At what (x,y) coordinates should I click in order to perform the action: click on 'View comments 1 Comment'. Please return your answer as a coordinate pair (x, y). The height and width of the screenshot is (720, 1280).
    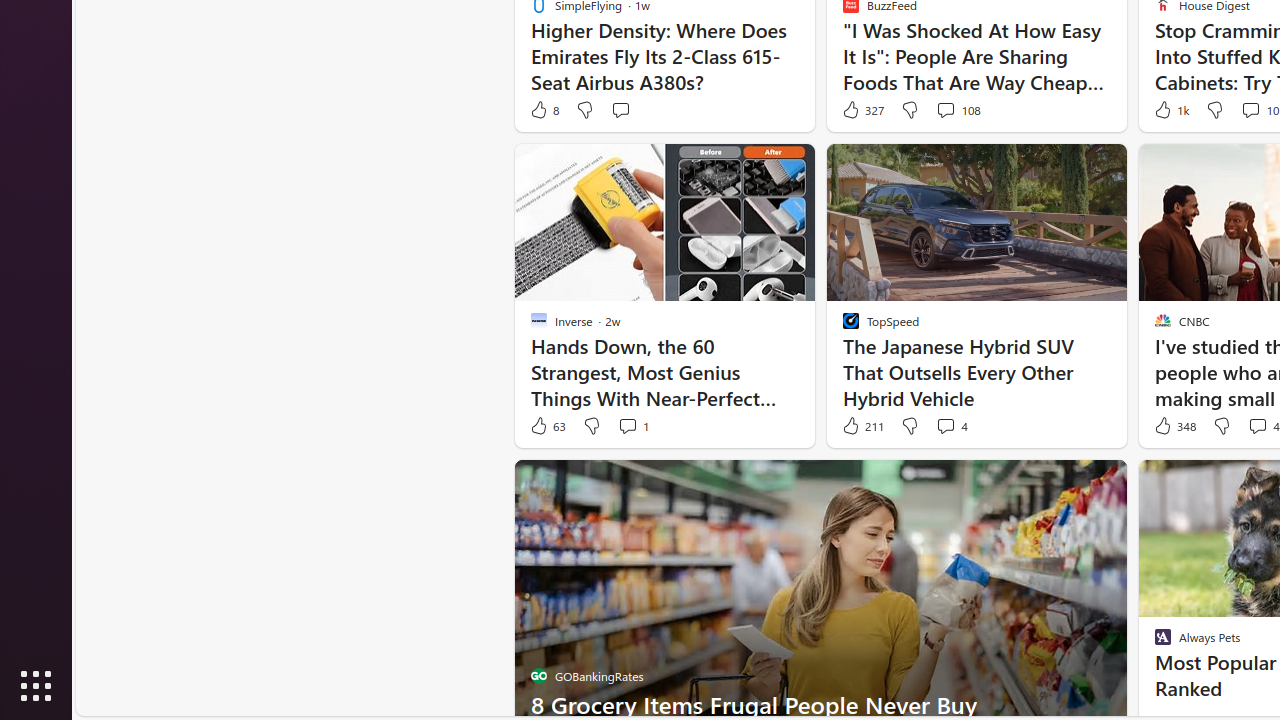
    Looking at the image, I should click on (626, 425).